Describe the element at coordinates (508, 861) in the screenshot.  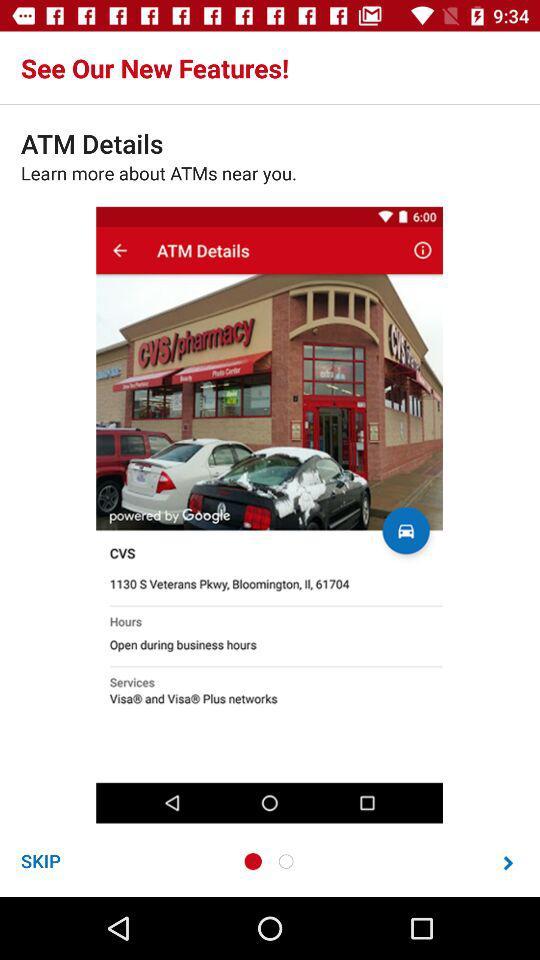
I see `next page` at that location.